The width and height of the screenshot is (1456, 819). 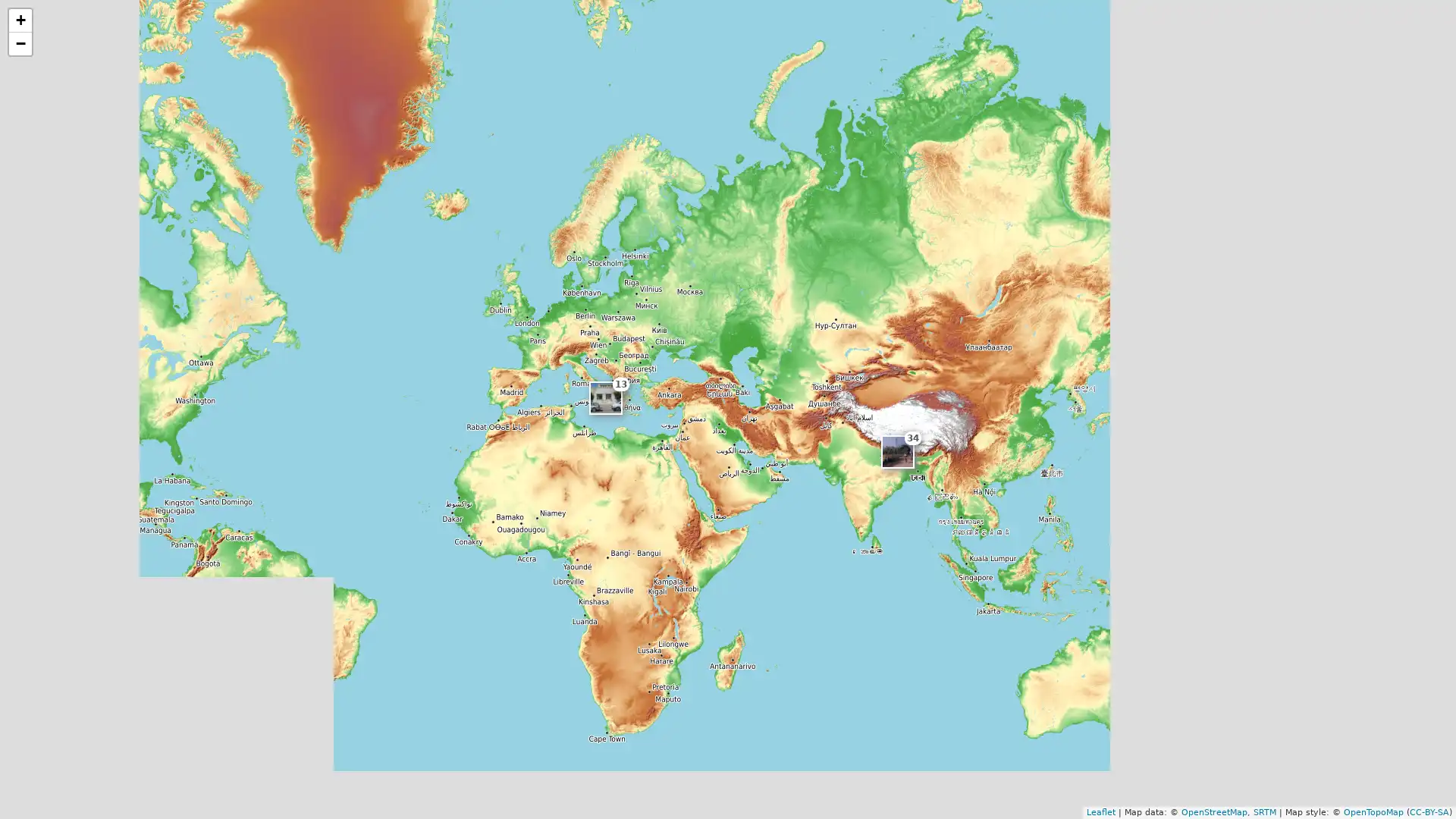 What do you see at coordinates (20, 42) in the screenshot?
I see `Zoom out` at bounding box center [20, 42].